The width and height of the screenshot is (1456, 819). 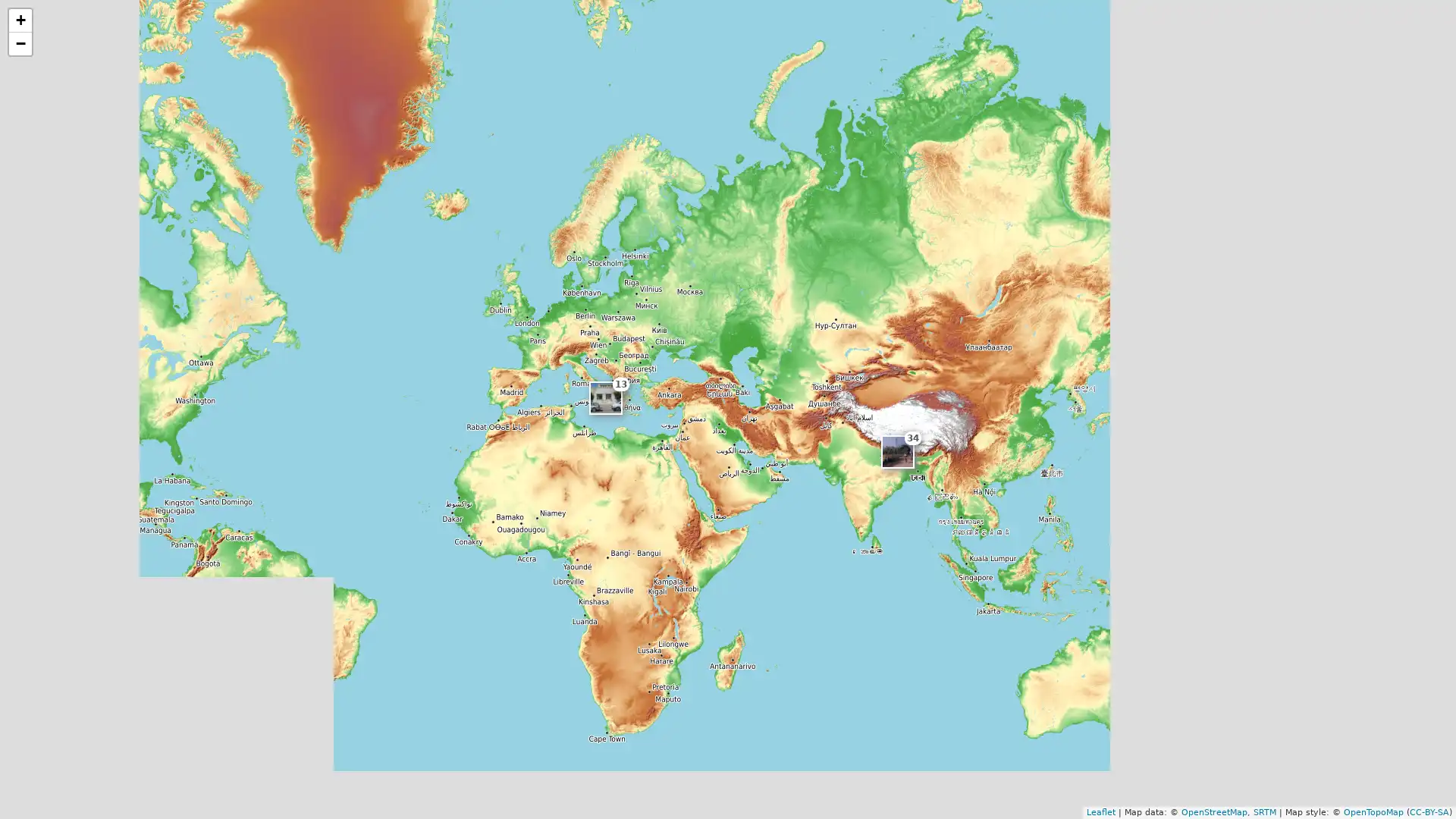 What do you see at coordinates (20, 42) in the screenshot?
I see `Zoom out` at bounding box center [20, 42].